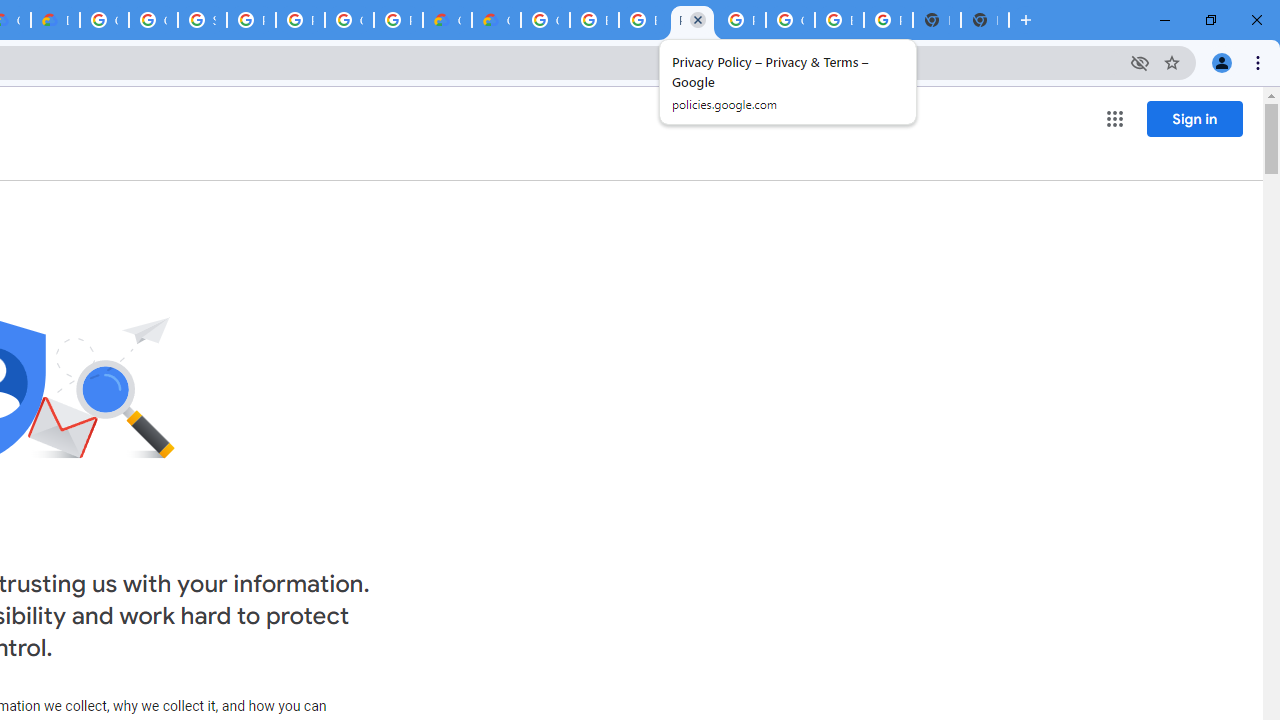 The height and width of the screenshot is (720, 1280). I want to click on 'Sign in - Google Accounts', so click(202, 20).